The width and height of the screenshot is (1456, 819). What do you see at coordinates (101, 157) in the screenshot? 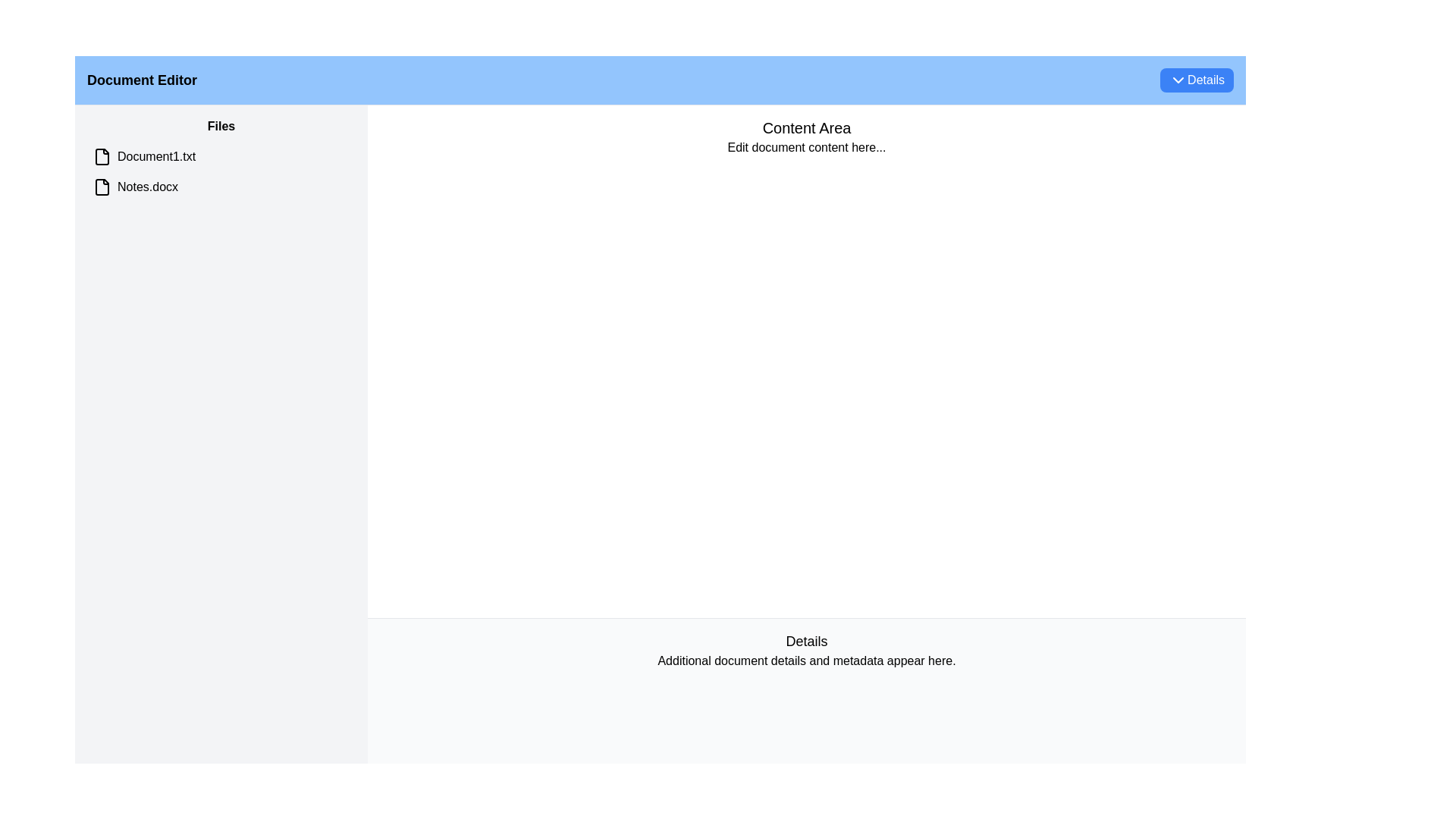
I see `the icon representing the 'Document1.txt' file located on the left side of the interface next to the 'Document1.txt' label` at bounding box center [101, 157].